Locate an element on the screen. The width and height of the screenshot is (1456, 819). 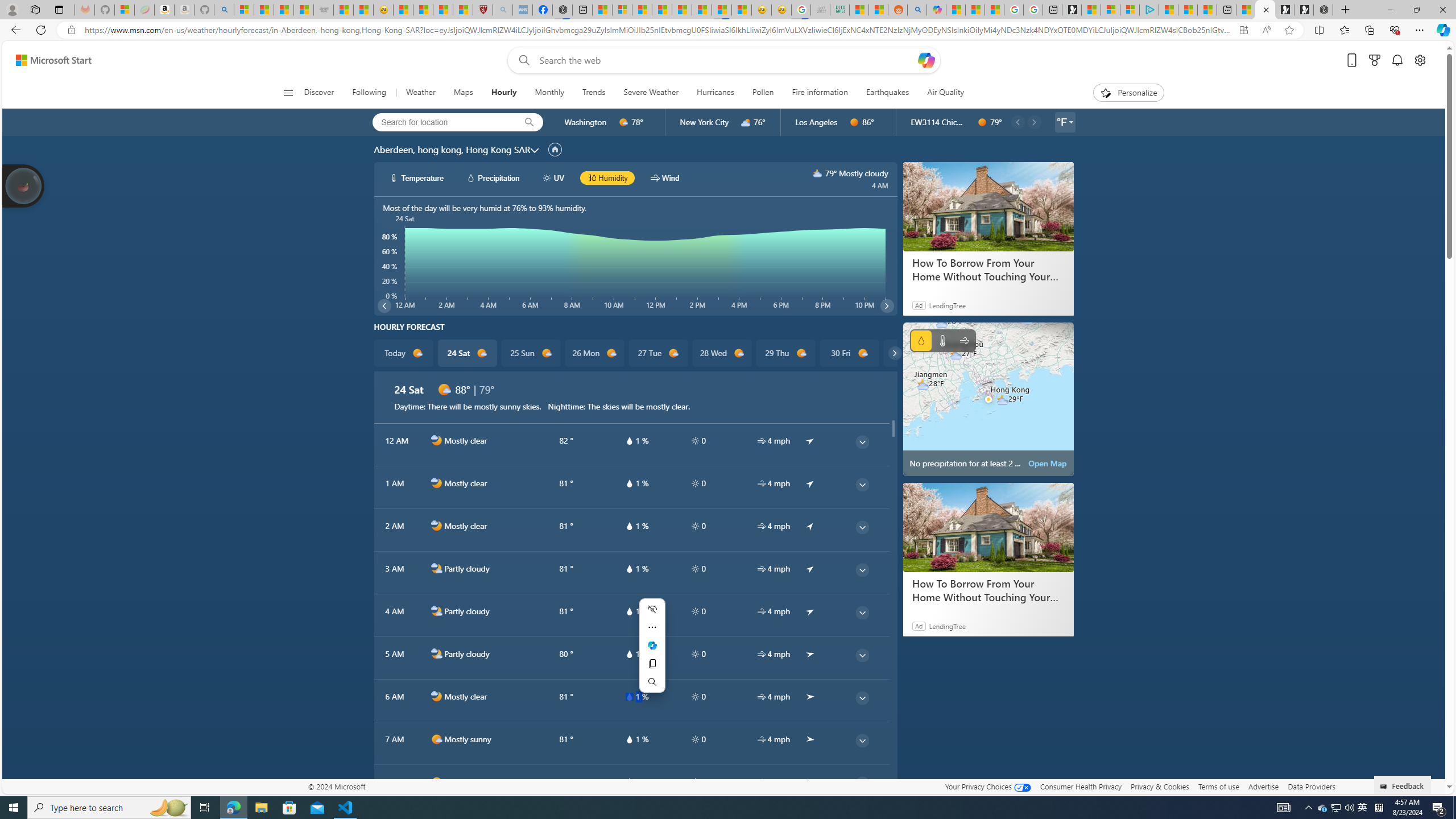
'common/carouselChevron' is located at coordinates (895, 353).